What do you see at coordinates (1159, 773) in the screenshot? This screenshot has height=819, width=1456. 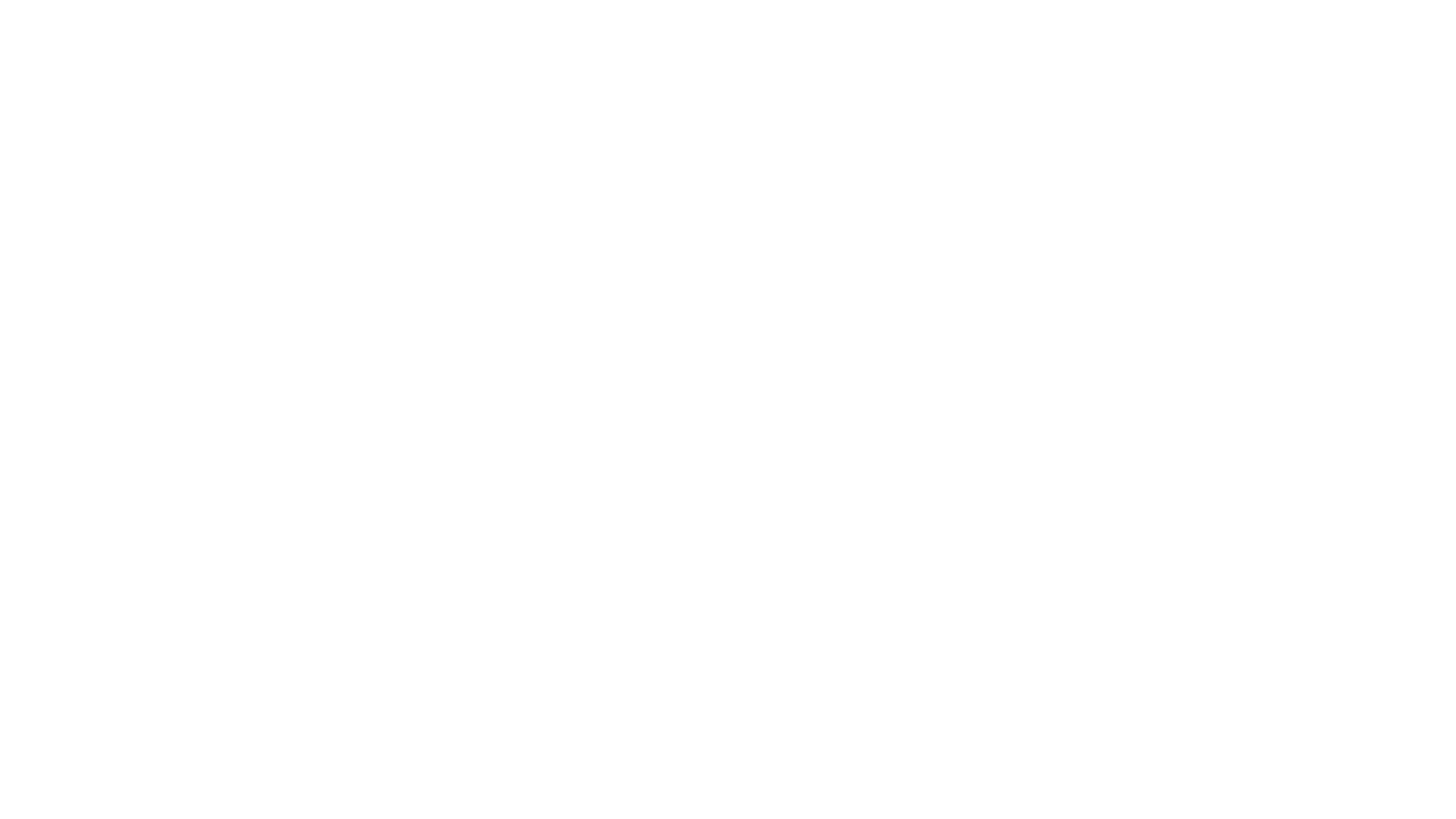 I see `Biodiversity` at bounding box center [1159, 773].